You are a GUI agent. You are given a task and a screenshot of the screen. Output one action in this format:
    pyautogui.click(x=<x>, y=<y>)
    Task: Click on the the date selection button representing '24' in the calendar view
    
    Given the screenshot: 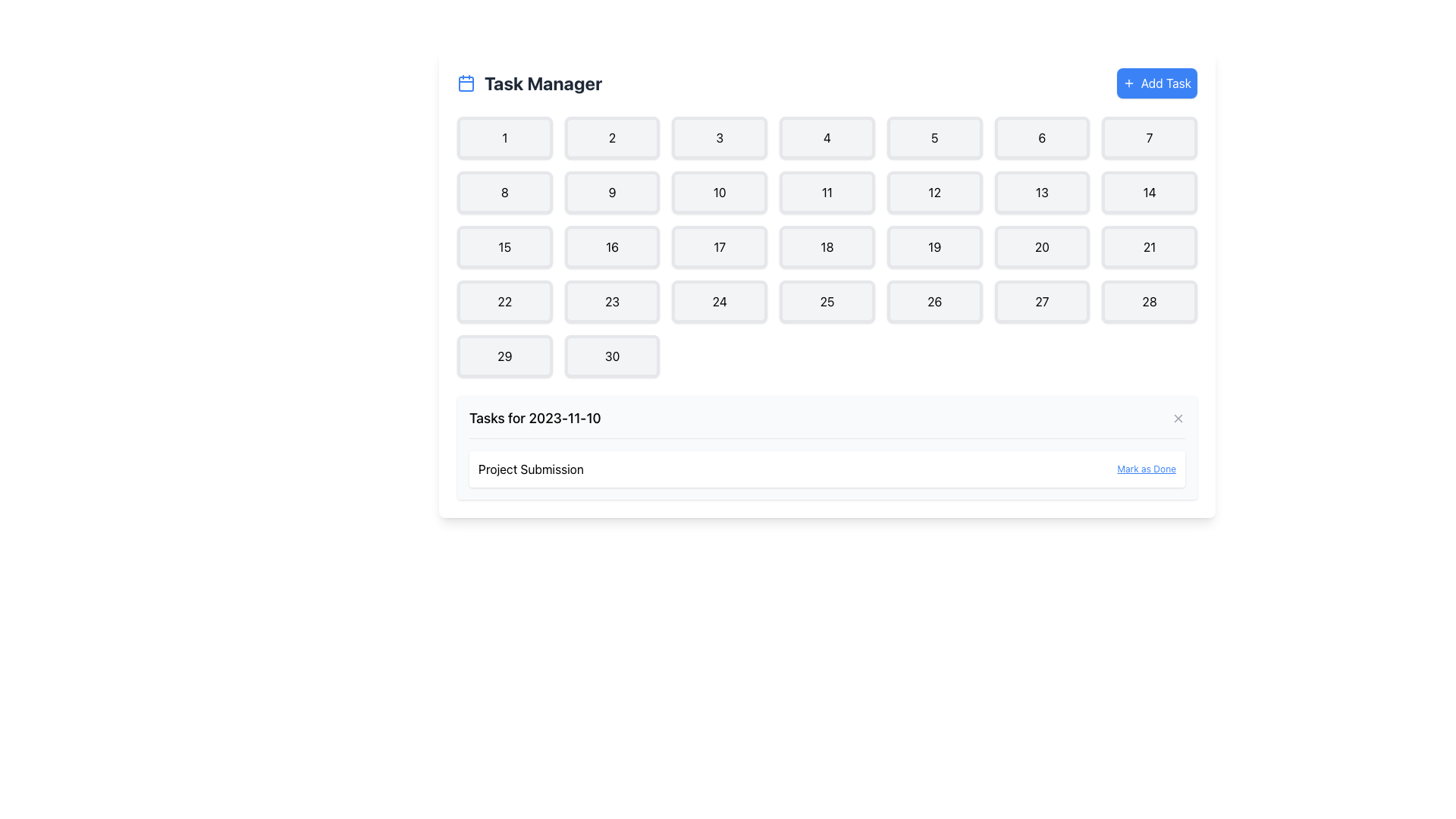 What is the action you would take?
    pyautogui.click(x=719, y=301)
    